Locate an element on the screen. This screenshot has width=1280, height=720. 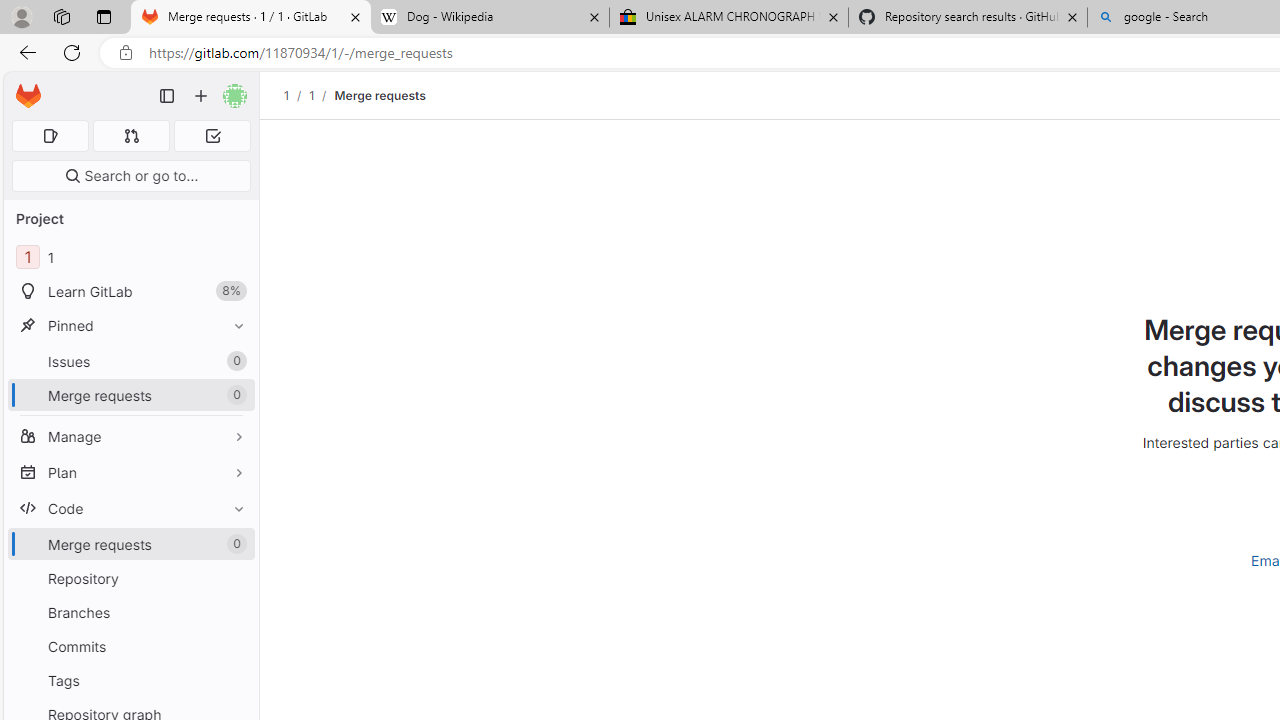
'Skip to main content' is located at coordinates (23, 86).